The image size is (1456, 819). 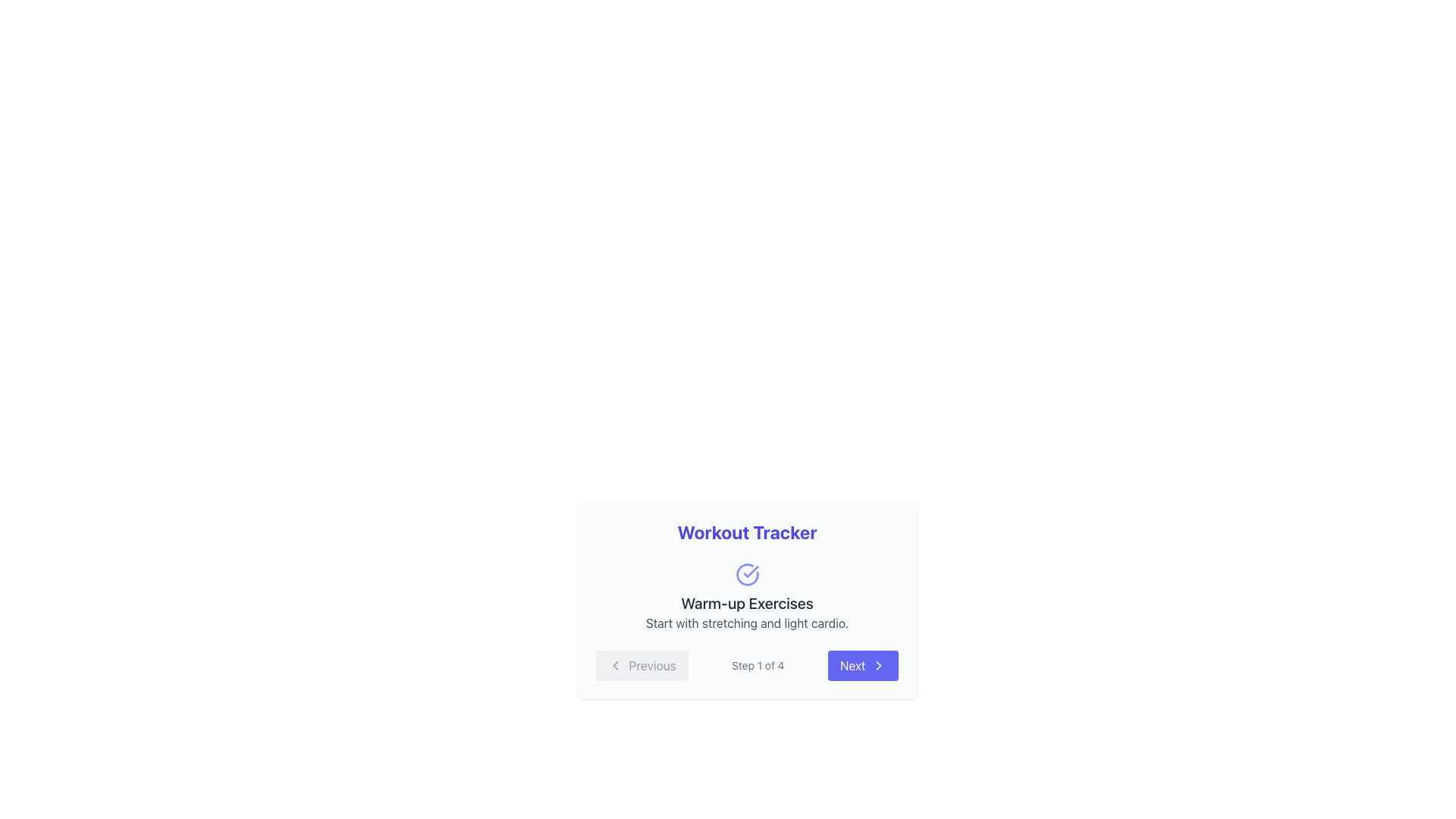 What do you see at coordinates (747, 623) in the screenshot?
I see `the instructional text element located directly below the 'Warm-up Exercises' label, which serves as additional guidance` at bounding box center [747, 623].